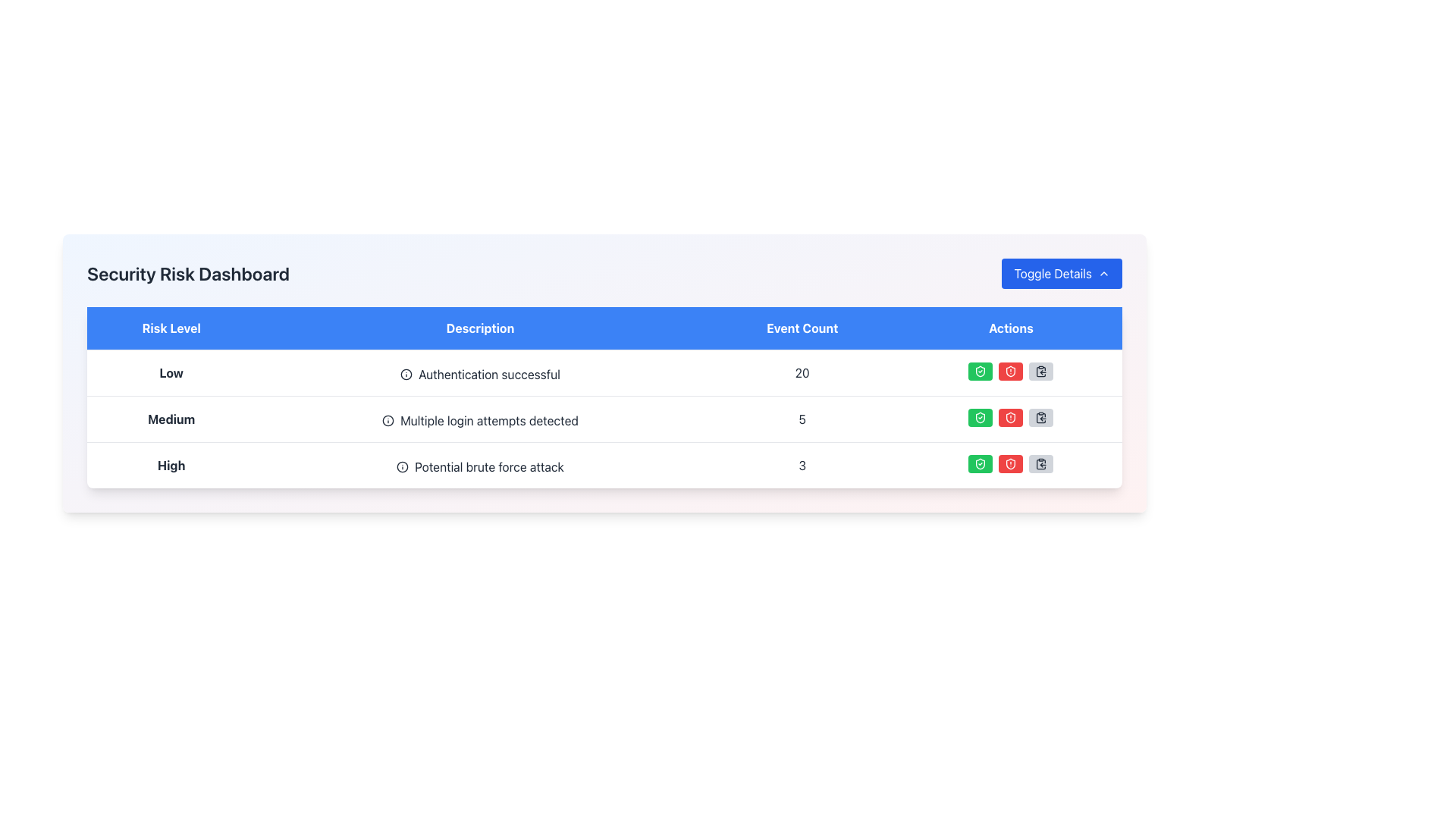  What do you see at coordinates (1011, 328) in the screenshot?
I see `the Text label in the fourth column header of the table, which designates the column for actions related to the rows, located to the right of the 'Event Count' header` at bounding box center [1011, 328].